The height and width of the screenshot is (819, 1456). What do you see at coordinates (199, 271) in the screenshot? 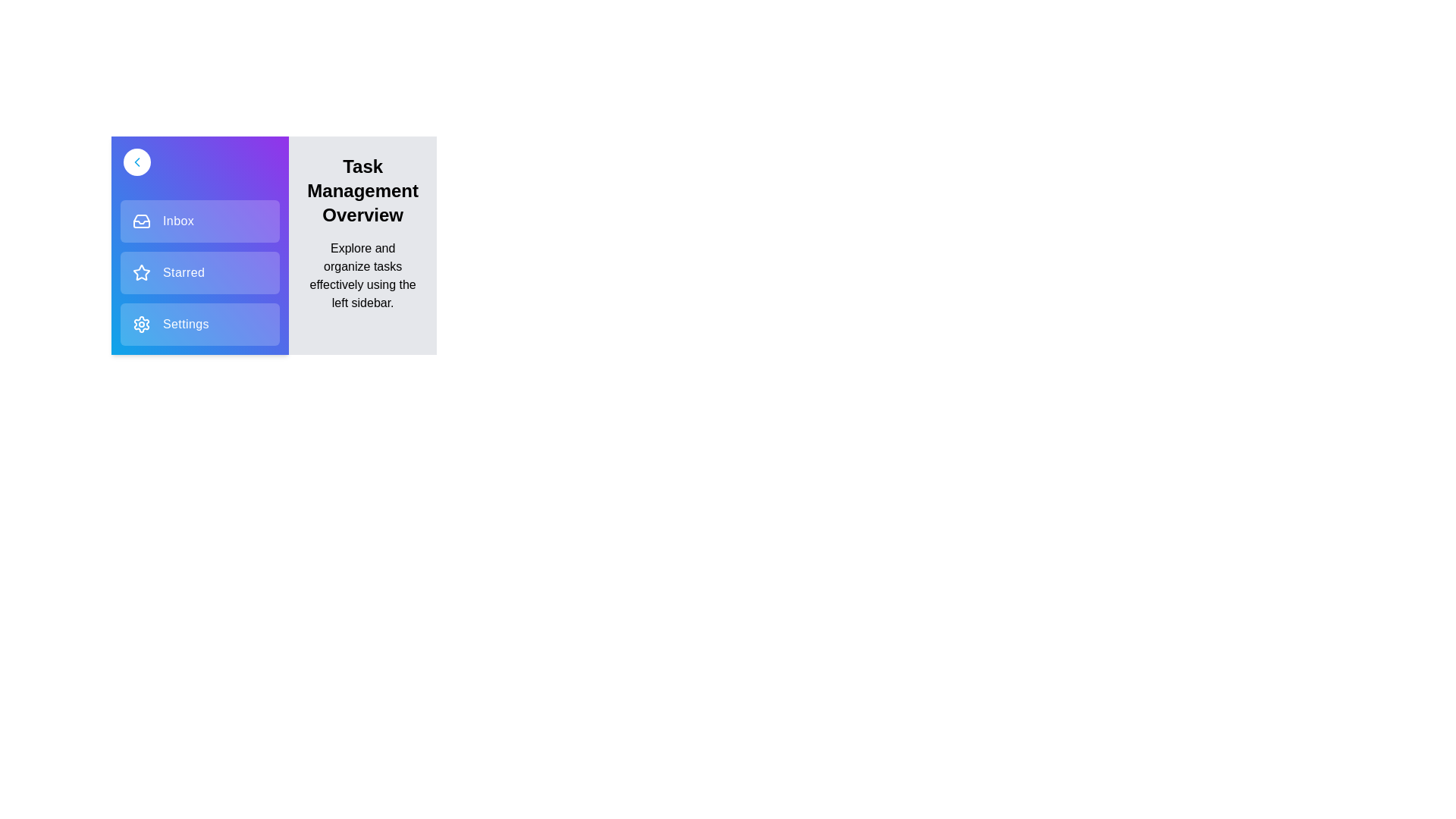
I see `the 'Starred' item in the sidebar menu` at bounding box center [199, 271].